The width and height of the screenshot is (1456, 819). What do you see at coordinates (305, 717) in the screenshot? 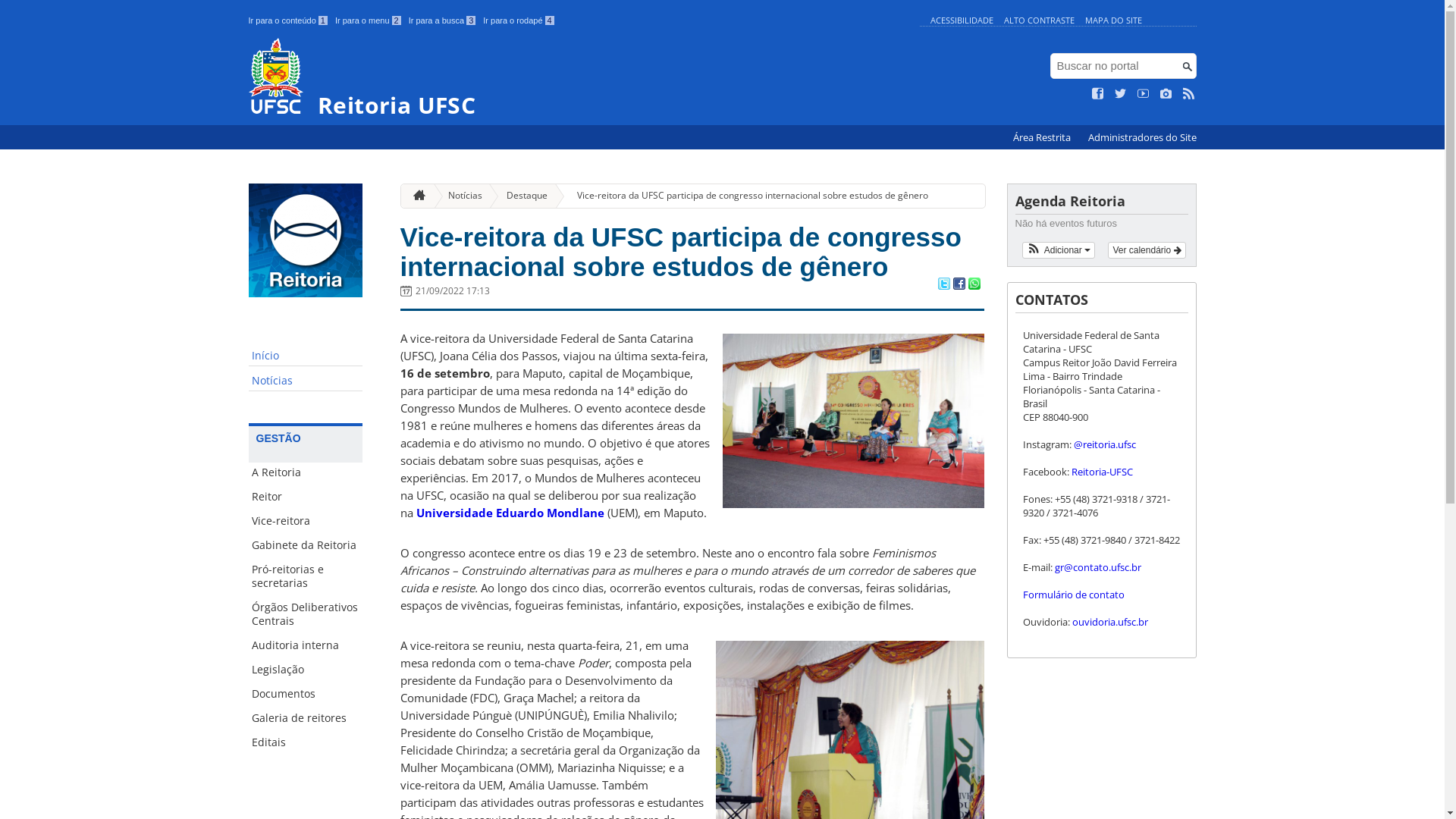
I see `'Galeria de reitores'` at bounding box center [305, 717].